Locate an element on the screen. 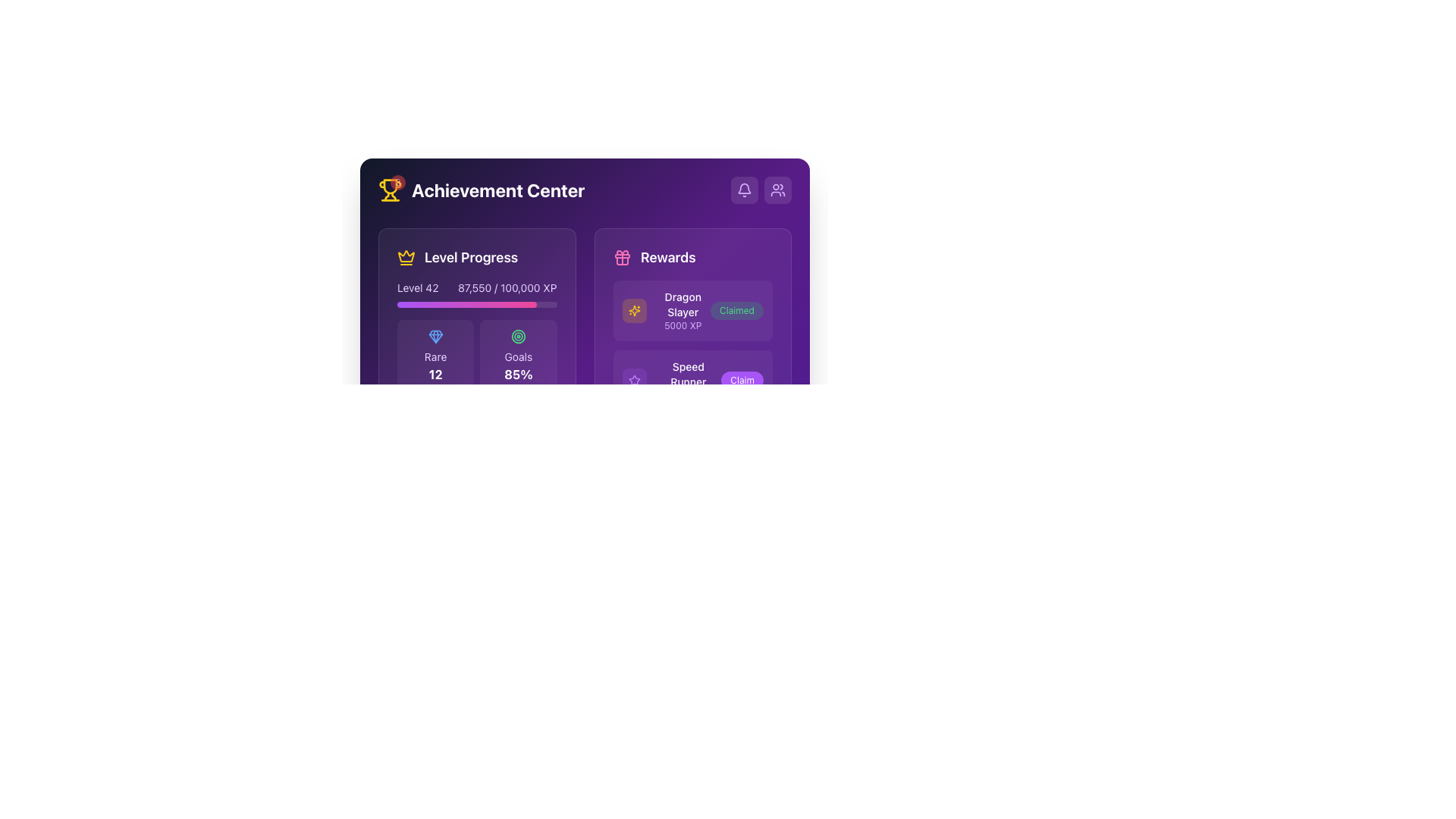  the purple star-shaped icon located in the 'Rewards' section of the 'Achievement Center' UI, which is positioned near the 'Claimed' and 'Dragon Slayer' text elements is located at coordinates (634, 379).